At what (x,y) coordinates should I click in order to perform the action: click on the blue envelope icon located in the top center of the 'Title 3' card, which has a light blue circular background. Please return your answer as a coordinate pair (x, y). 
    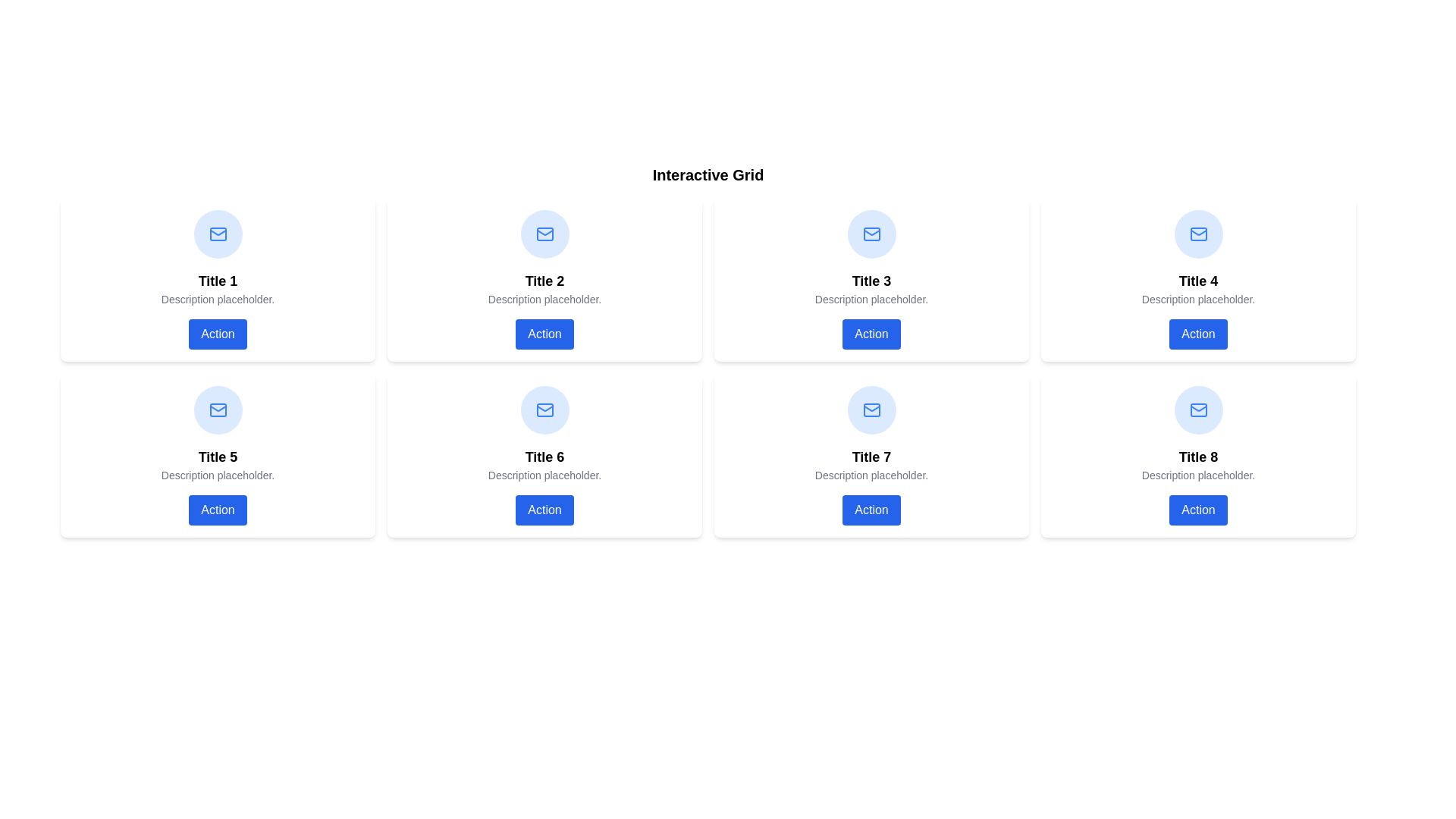
    Looking at the image, I should click on (871, 234).